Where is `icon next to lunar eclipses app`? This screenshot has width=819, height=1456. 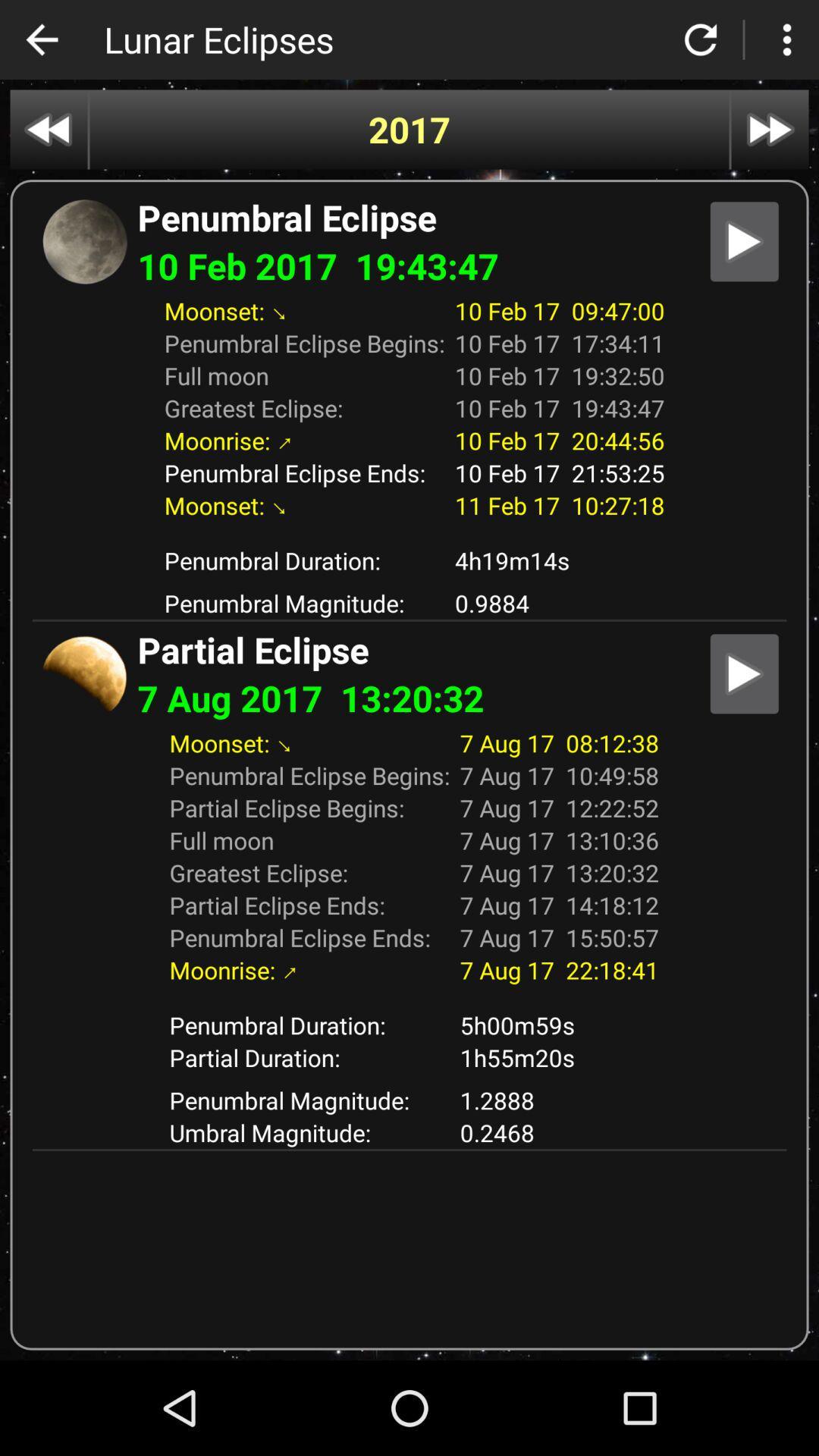 icon next to lunar eclipses app is located at coordinates (41, 39).